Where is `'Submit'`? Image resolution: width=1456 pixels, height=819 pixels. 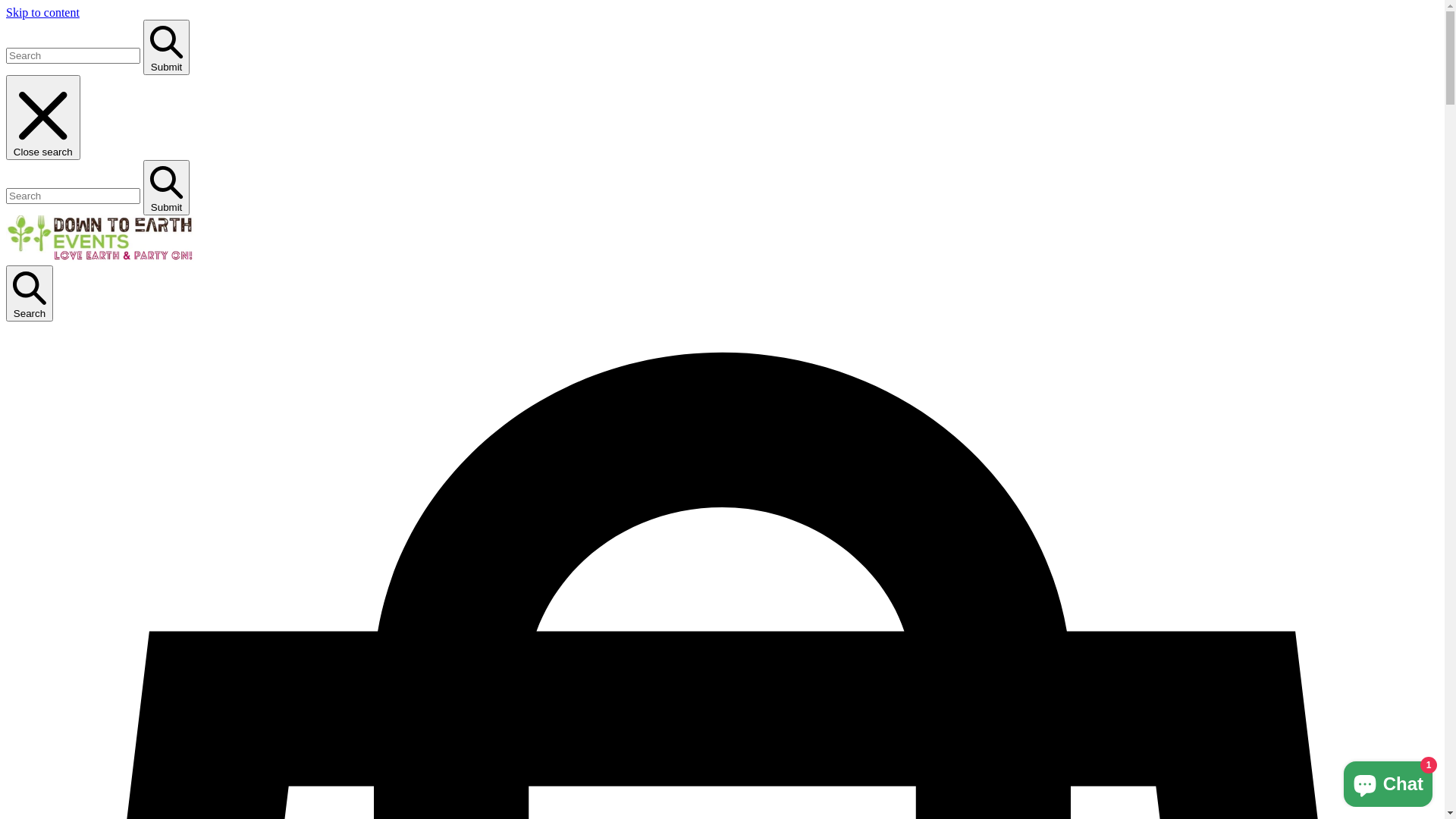 'Submit' is located at coordinates (143, 46).